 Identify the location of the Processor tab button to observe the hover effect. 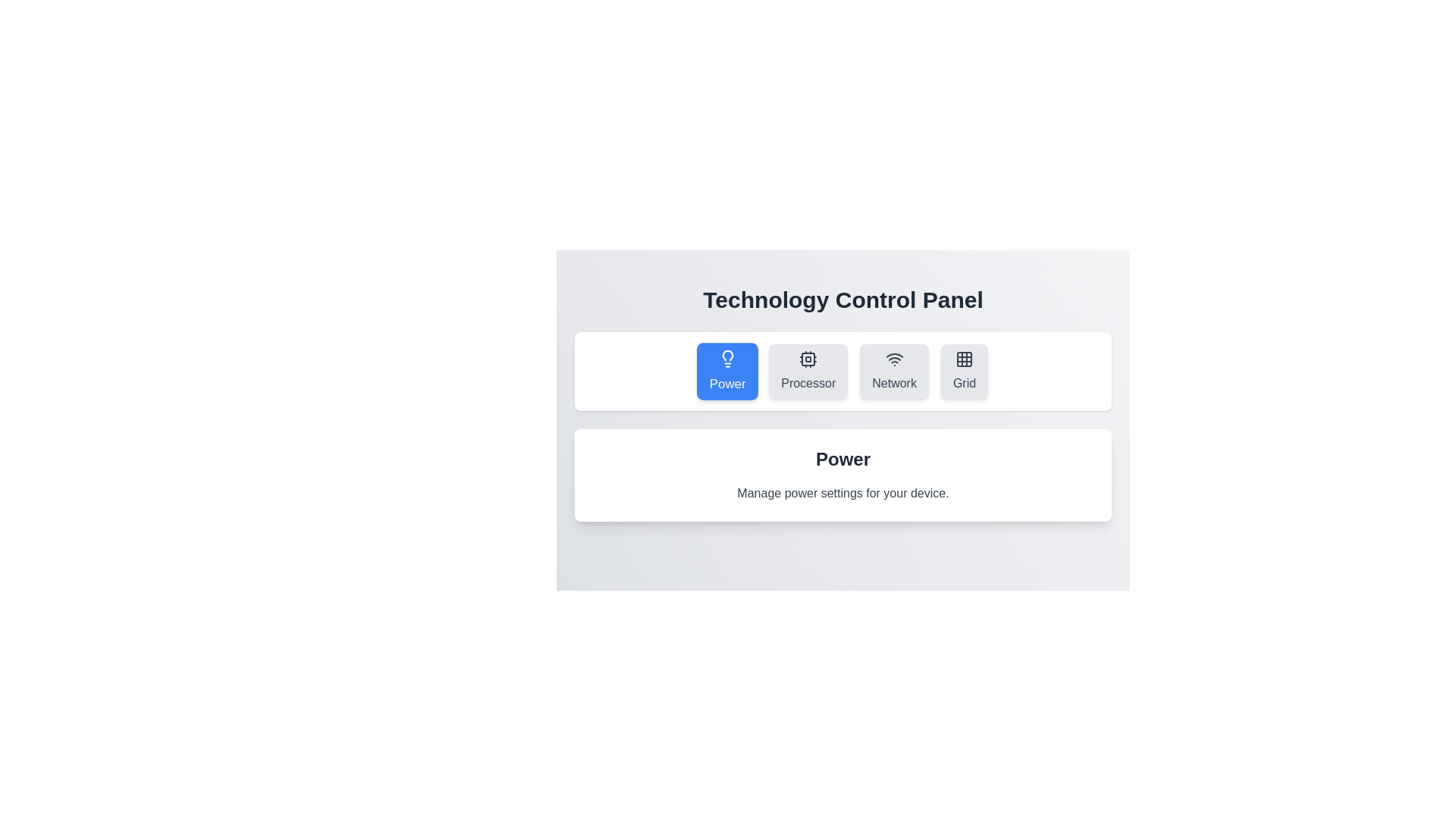
(808, 371).